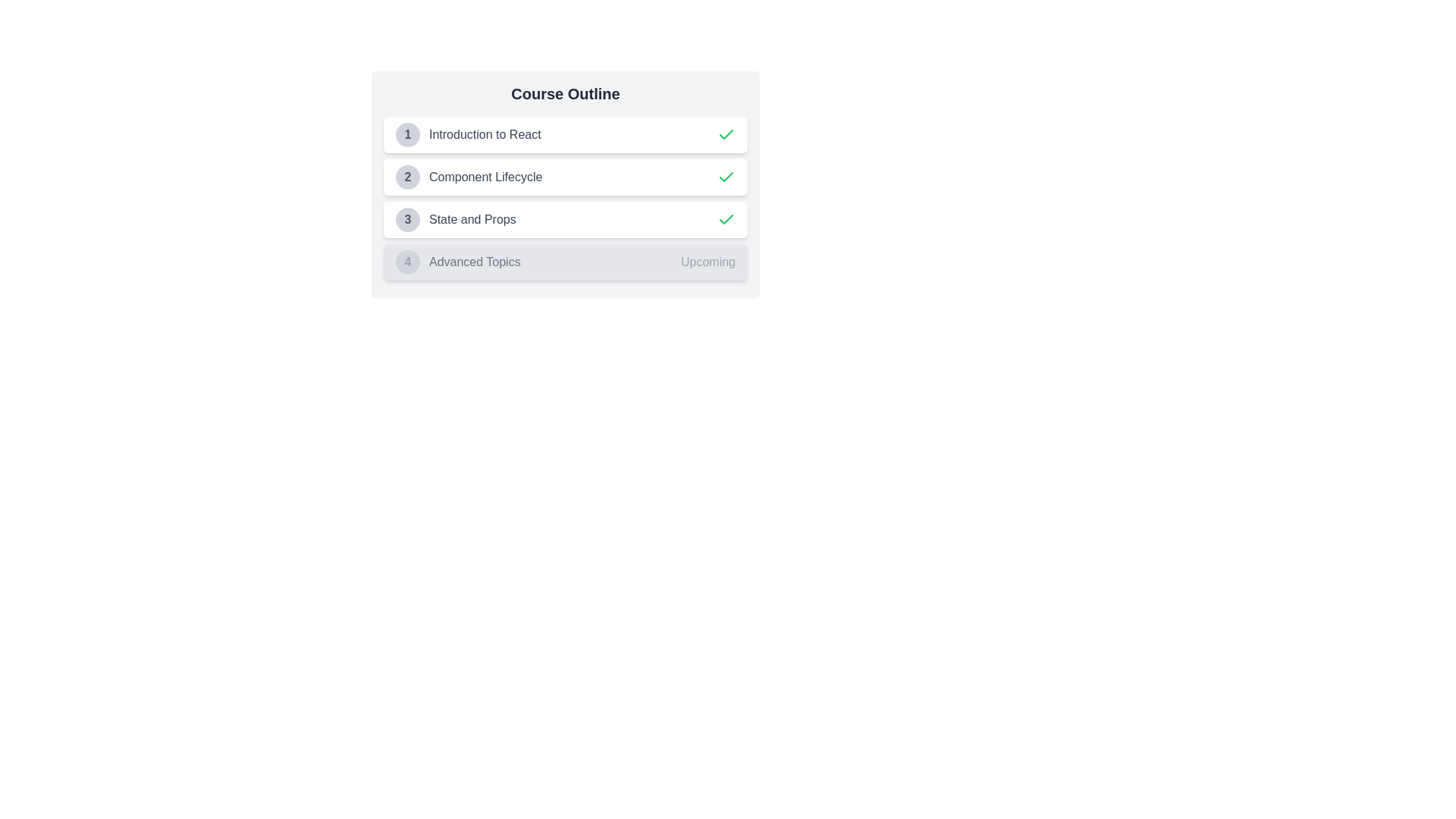 Image resolution: width=1456 pixels, height=819 pixels. What do you see at coordinates (485, 177) in the screenshot?
I see `the 'Component Lifecycle' text label in the 'Course Outline' section, which is the second item in a vertical list` at bounding box center [485, 177].